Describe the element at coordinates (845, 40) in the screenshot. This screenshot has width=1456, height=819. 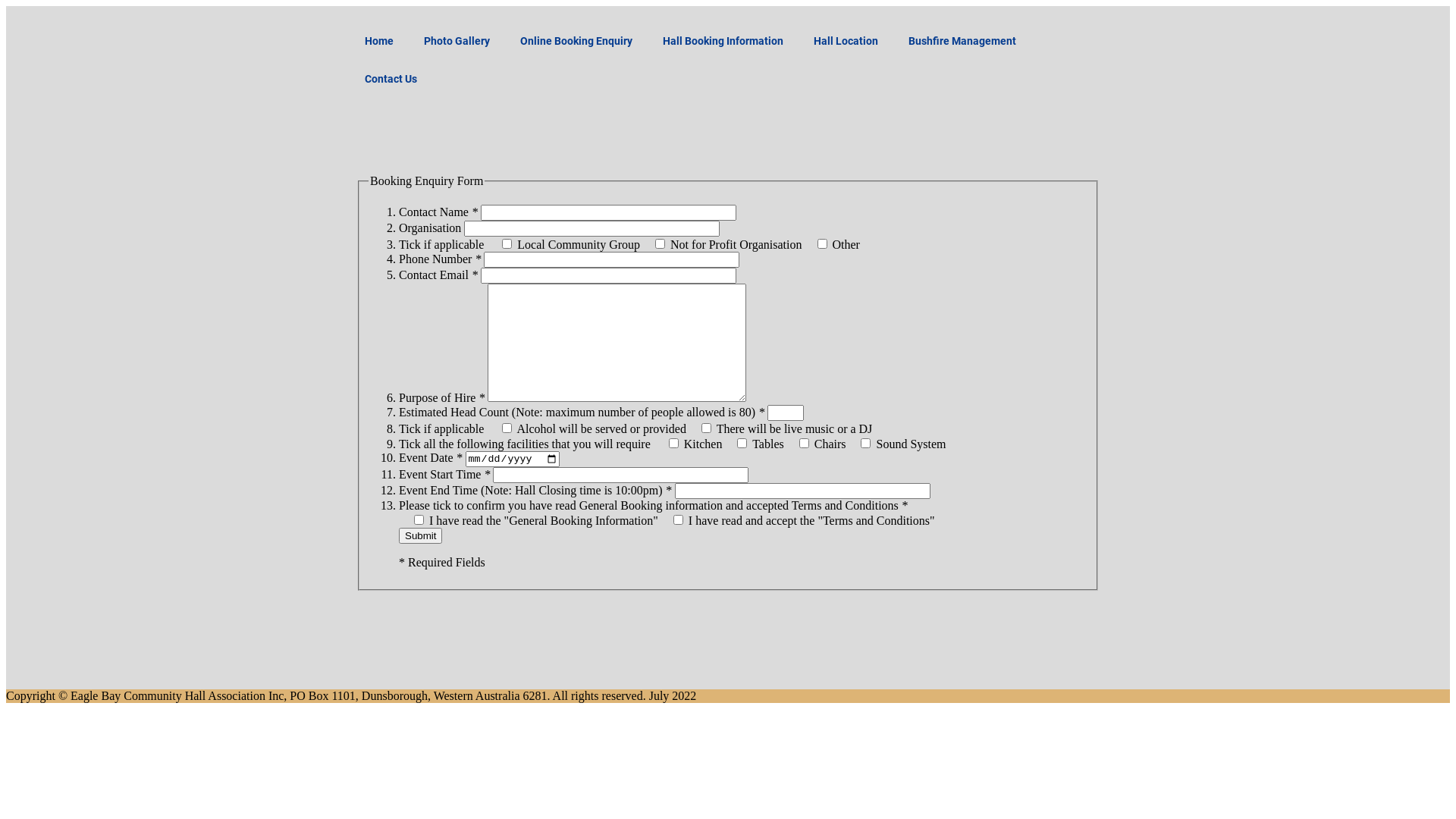
I see `'Hall Location'` at that location.